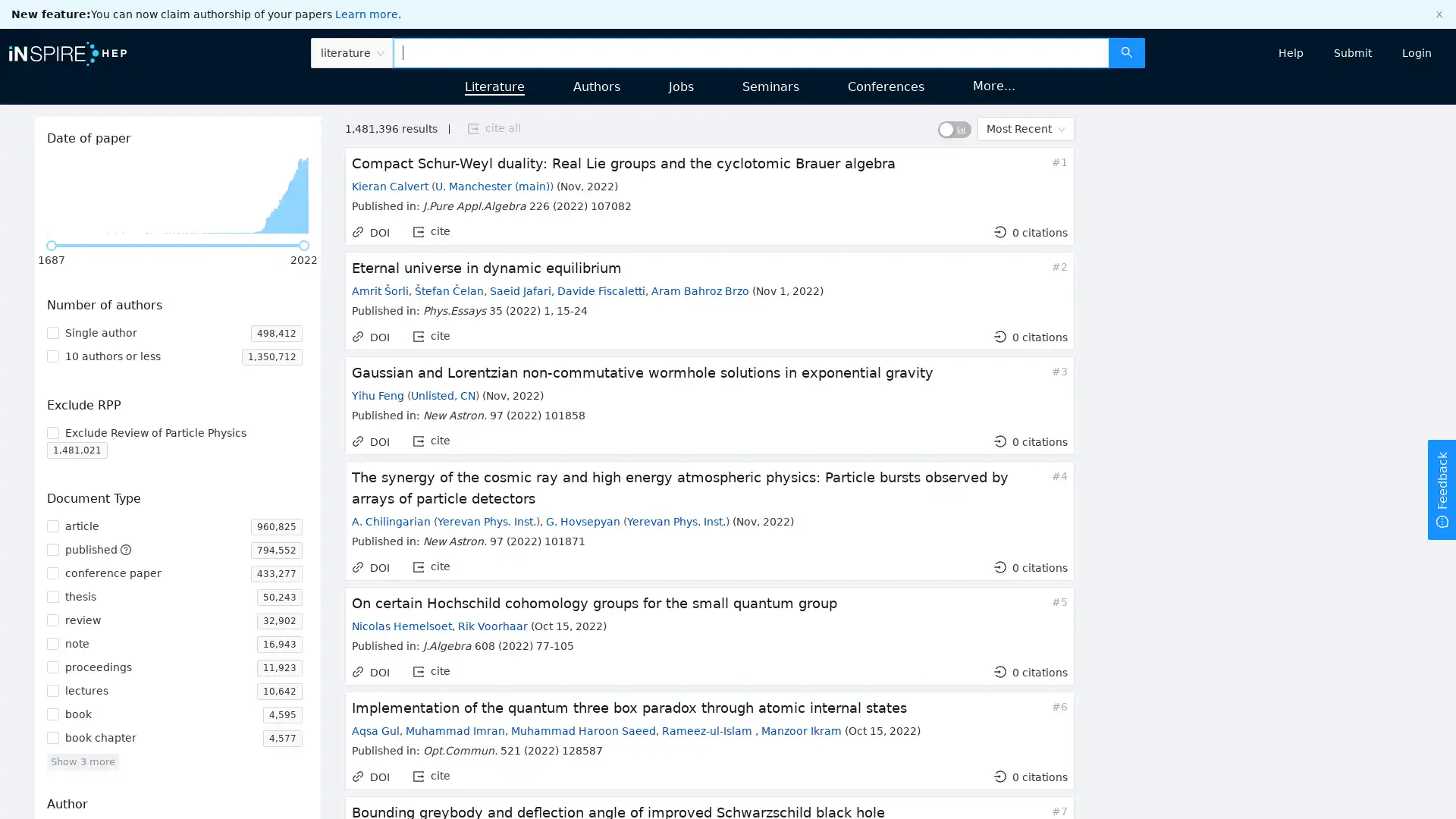 Image resolution: width=1456 pixels, height=819 pixels. I want to click on export cite, so click(429, 231).